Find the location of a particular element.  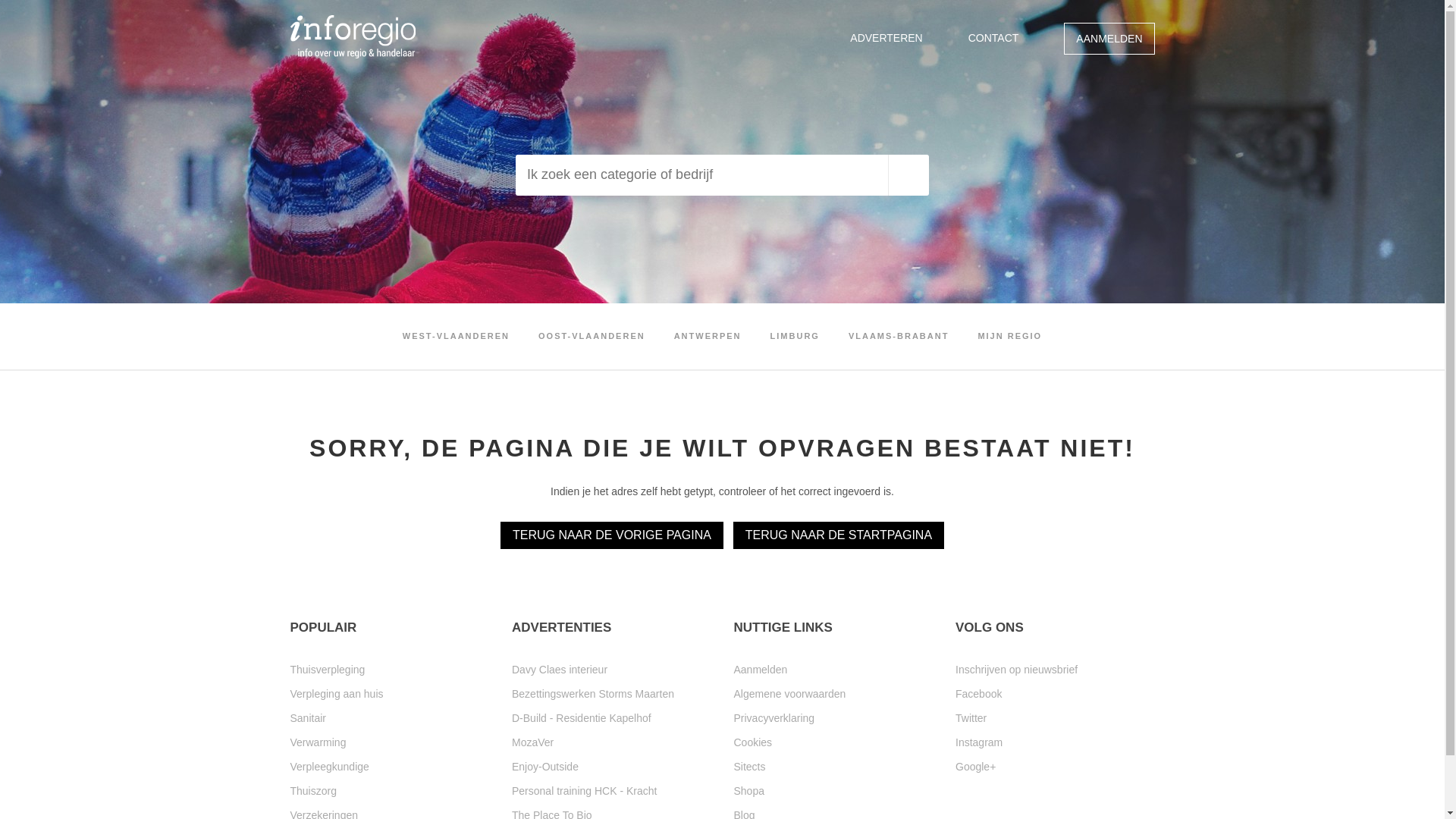

'ZOEKEN' is located at coordinates (908, 174).